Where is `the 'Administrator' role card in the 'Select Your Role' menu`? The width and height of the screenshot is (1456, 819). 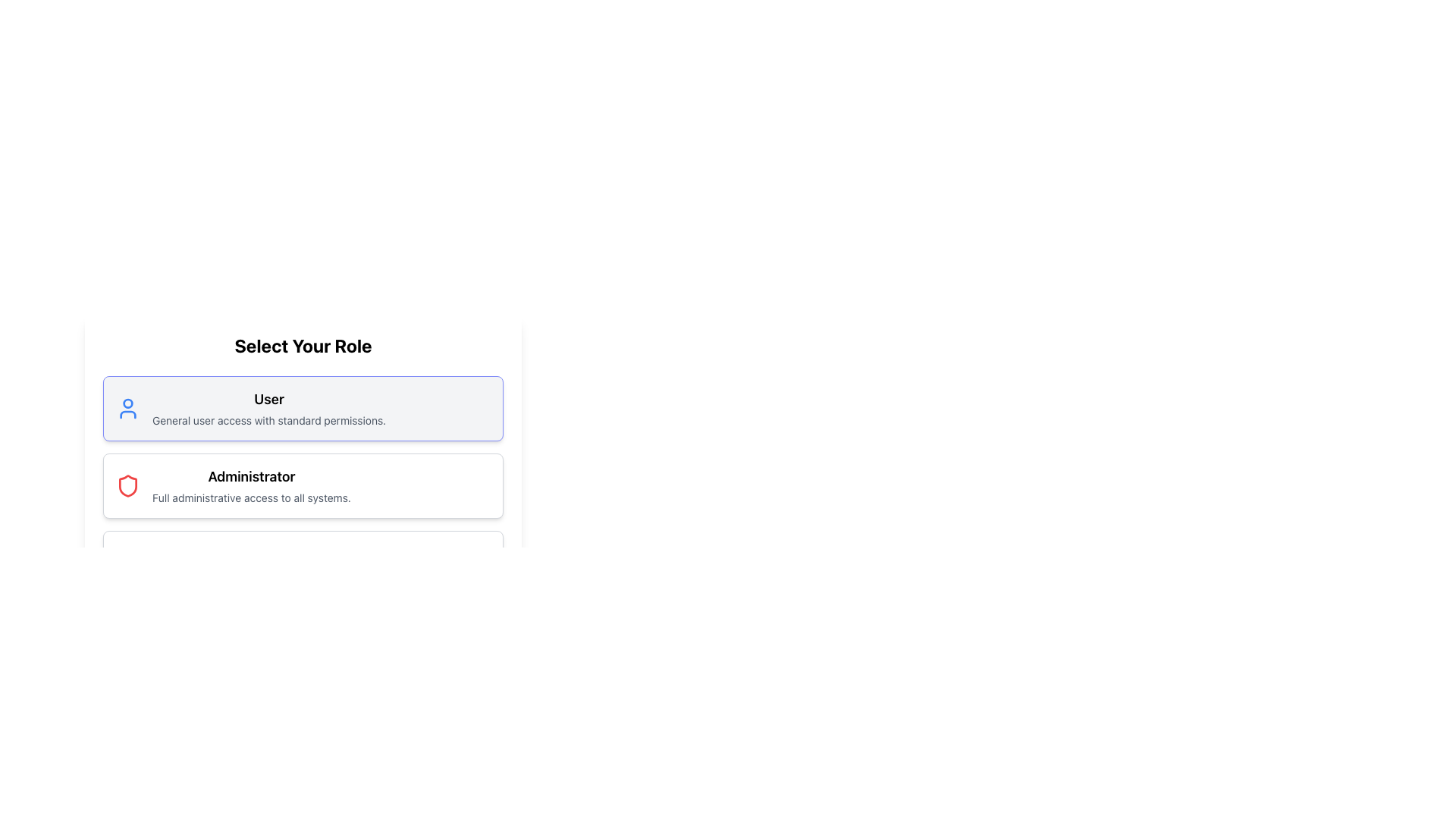
the 'Administrator' role card in the 'Select Your Role' menu is located at coordinates (303, 485).